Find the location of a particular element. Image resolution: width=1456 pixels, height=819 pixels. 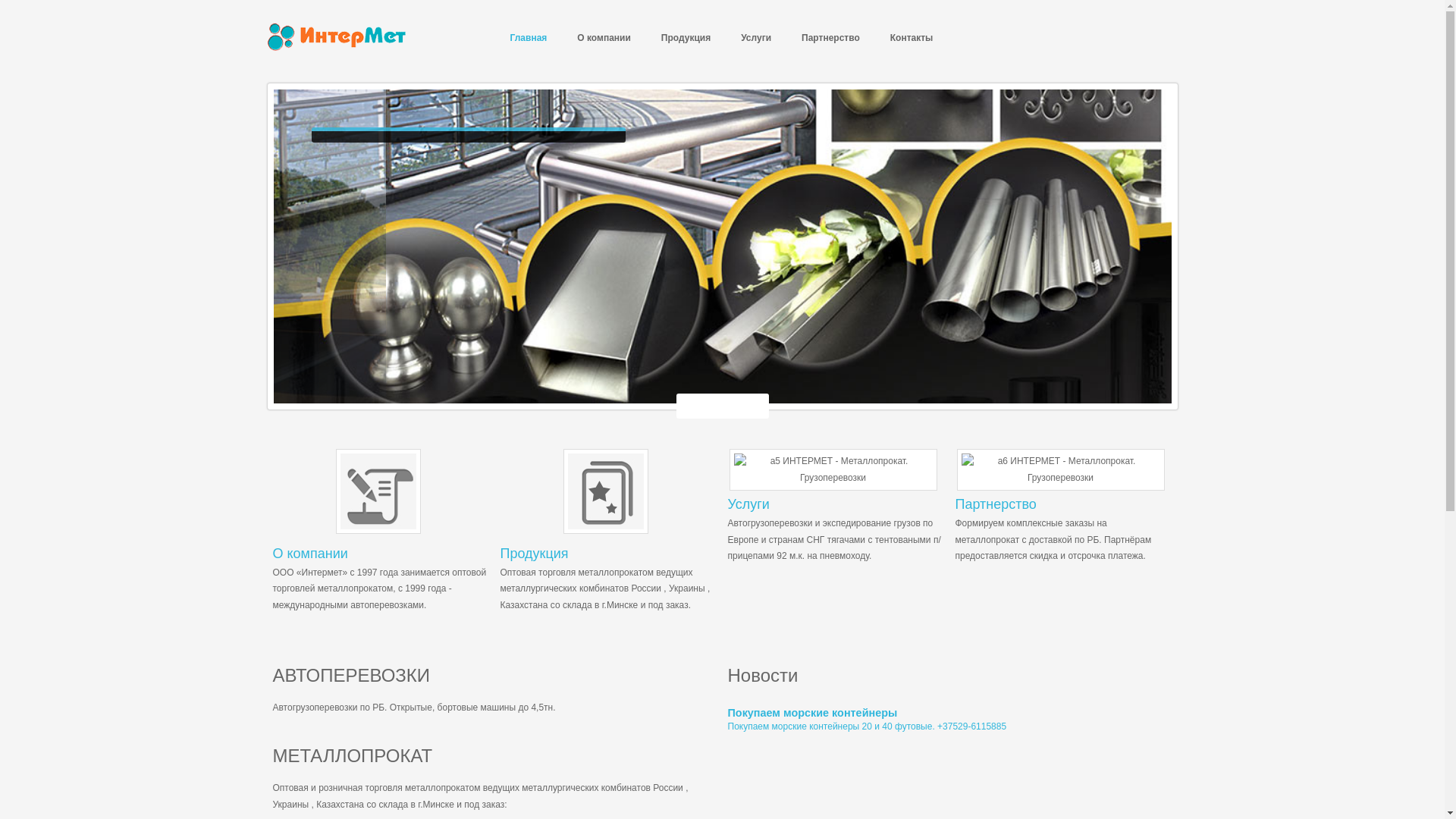

'a1 image' is located at coordinates (562, 491).